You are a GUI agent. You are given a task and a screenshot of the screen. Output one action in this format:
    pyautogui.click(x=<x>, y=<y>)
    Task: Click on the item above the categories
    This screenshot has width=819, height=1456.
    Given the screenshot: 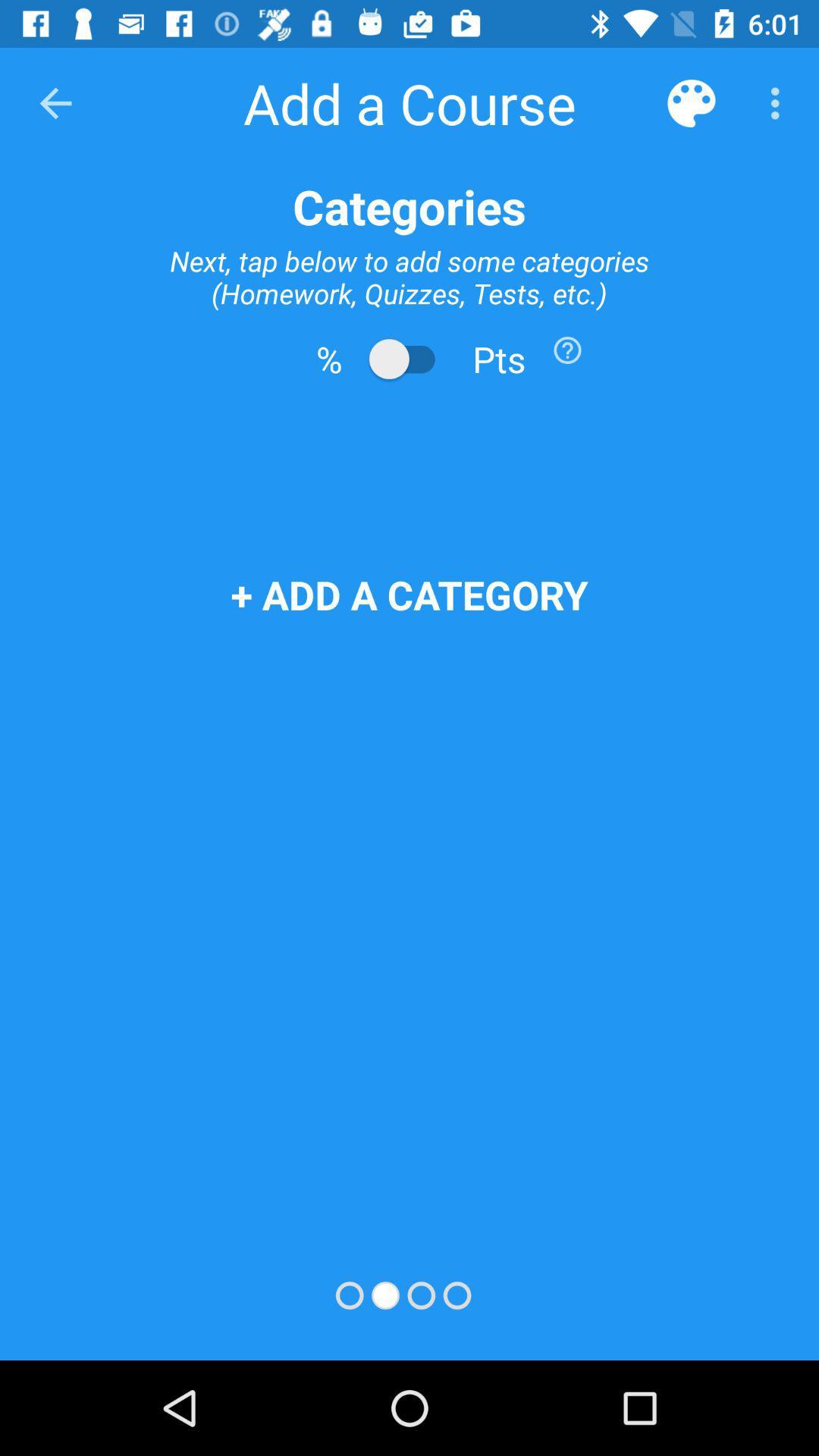 What is the action you would take?
    pyautogui.click(x=691, y=102)
    